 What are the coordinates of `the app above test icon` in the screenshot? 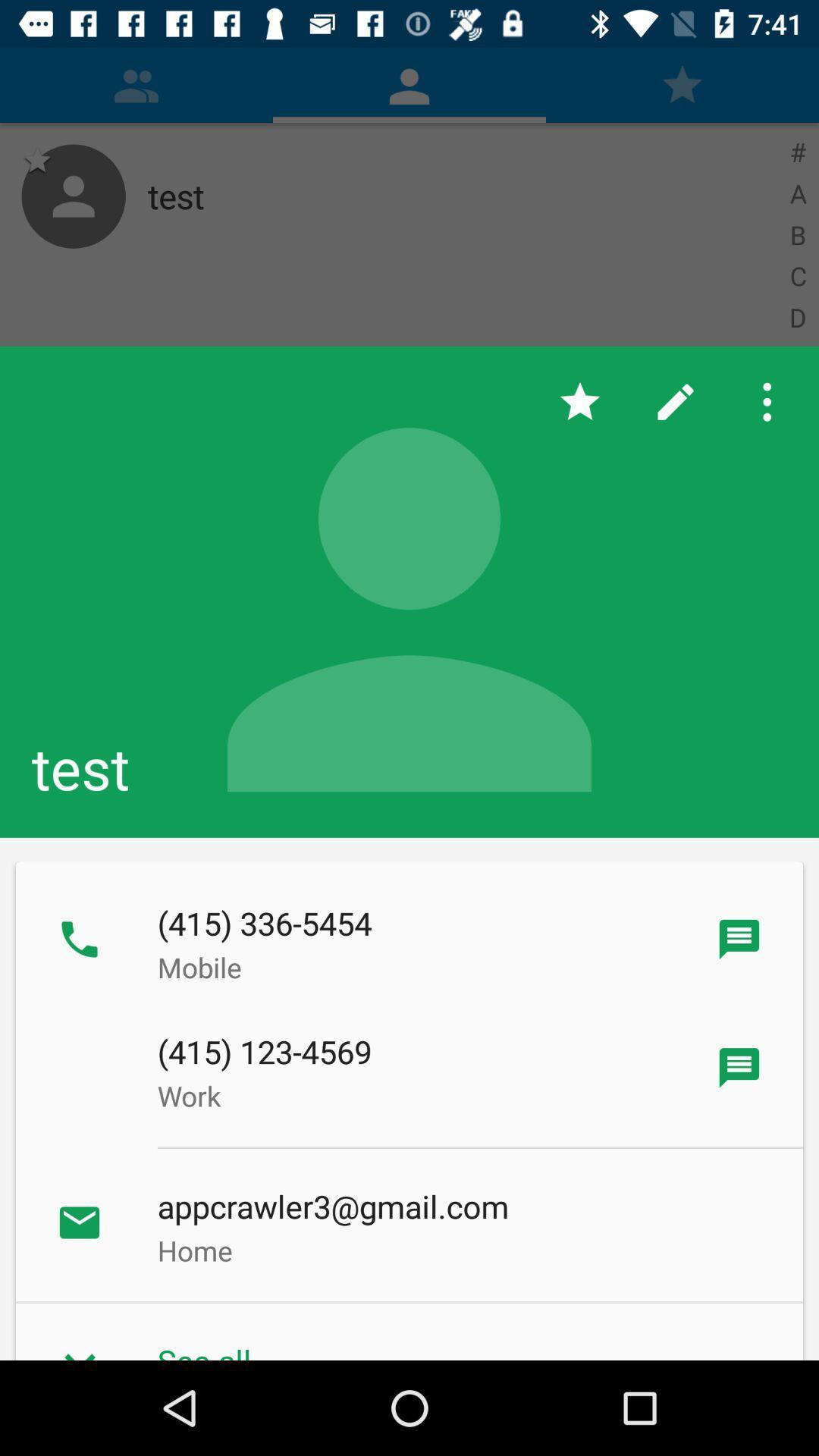 It's located at (579, 402).